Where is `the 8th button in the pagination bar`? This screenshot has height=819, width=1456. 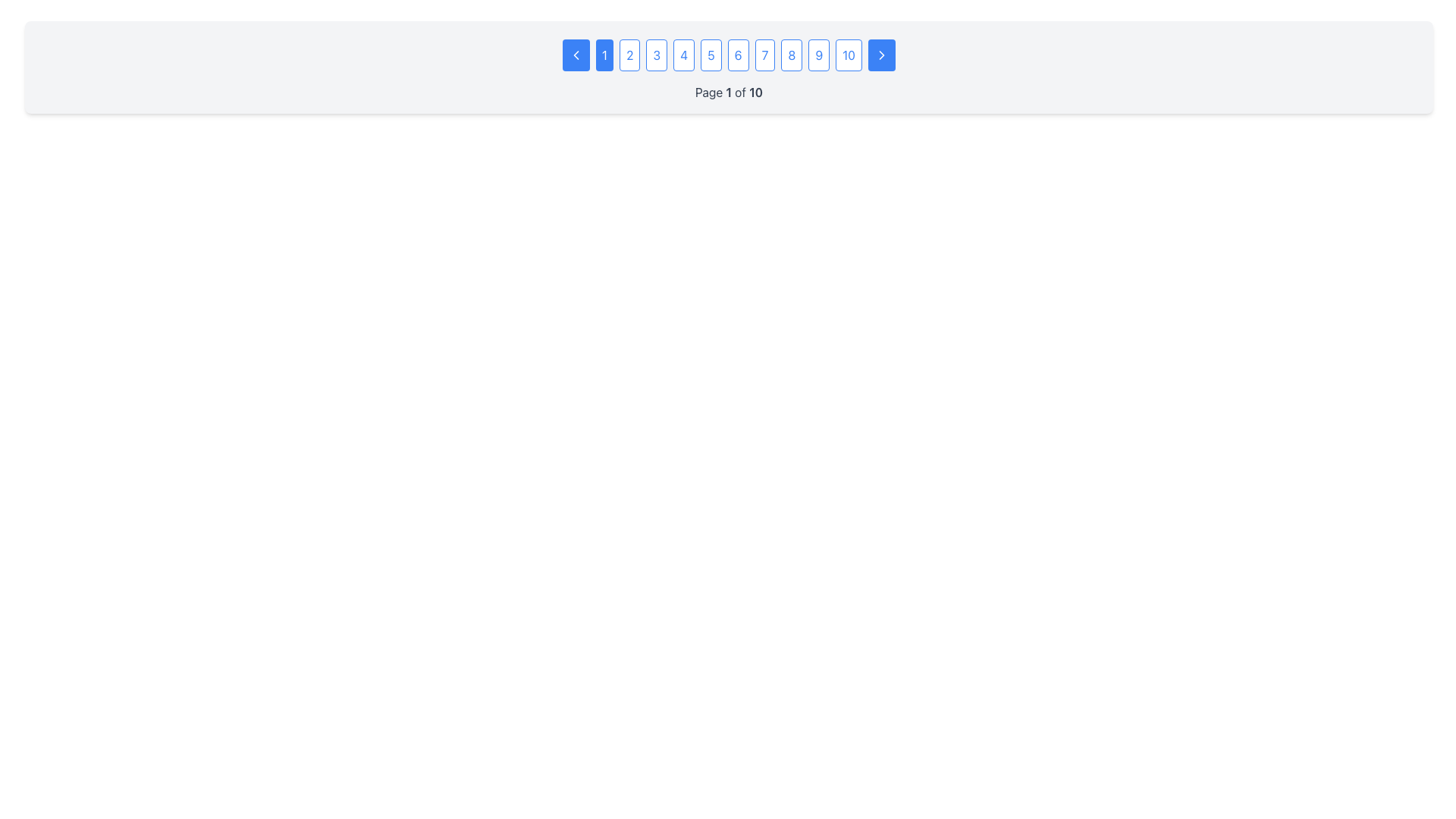
the 8th button in the pagination bar is located at coordinates (791, 55).